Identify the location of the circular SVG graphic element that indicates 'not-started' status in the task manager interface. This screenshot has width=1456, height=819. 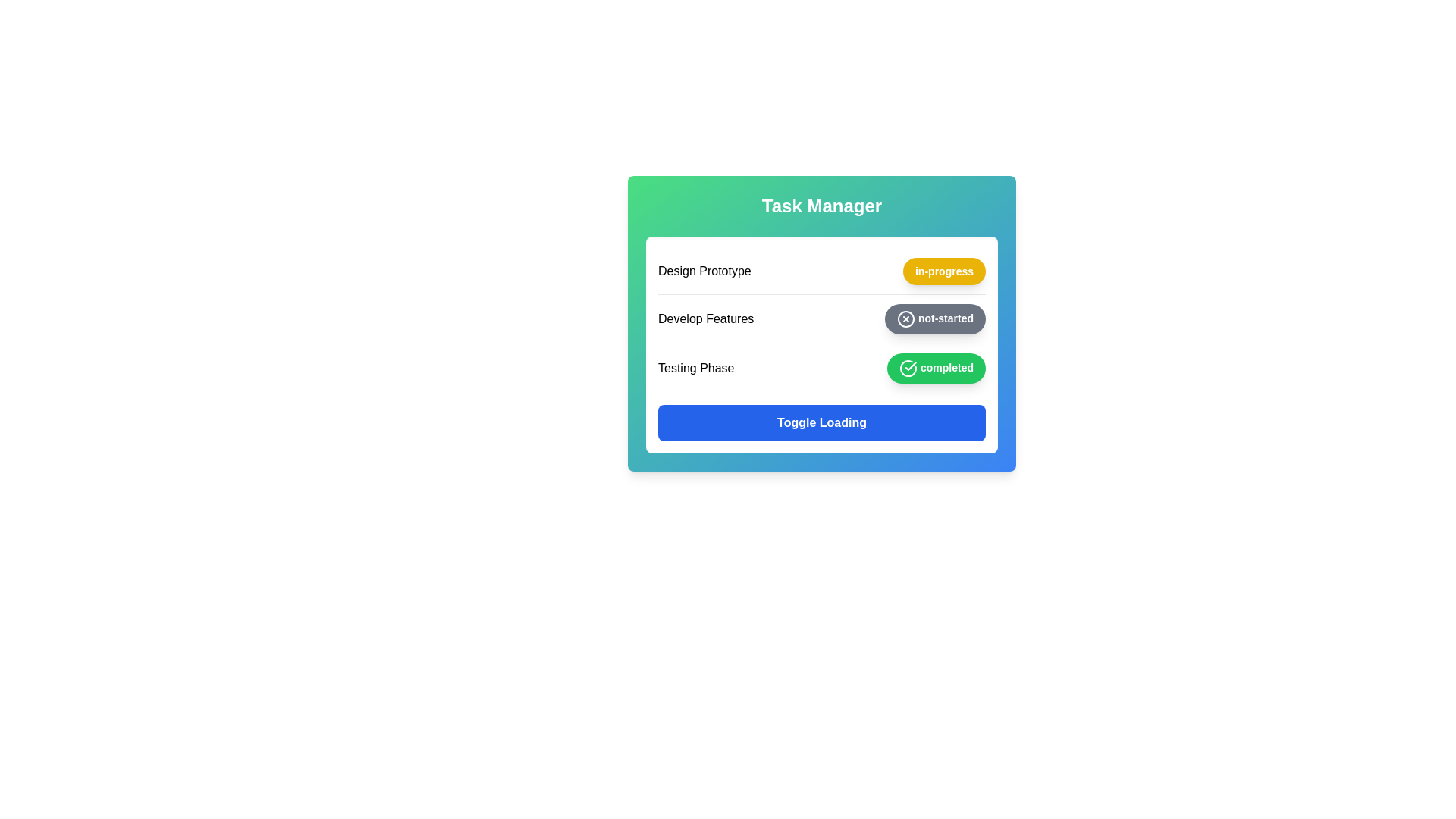
(905, 318).